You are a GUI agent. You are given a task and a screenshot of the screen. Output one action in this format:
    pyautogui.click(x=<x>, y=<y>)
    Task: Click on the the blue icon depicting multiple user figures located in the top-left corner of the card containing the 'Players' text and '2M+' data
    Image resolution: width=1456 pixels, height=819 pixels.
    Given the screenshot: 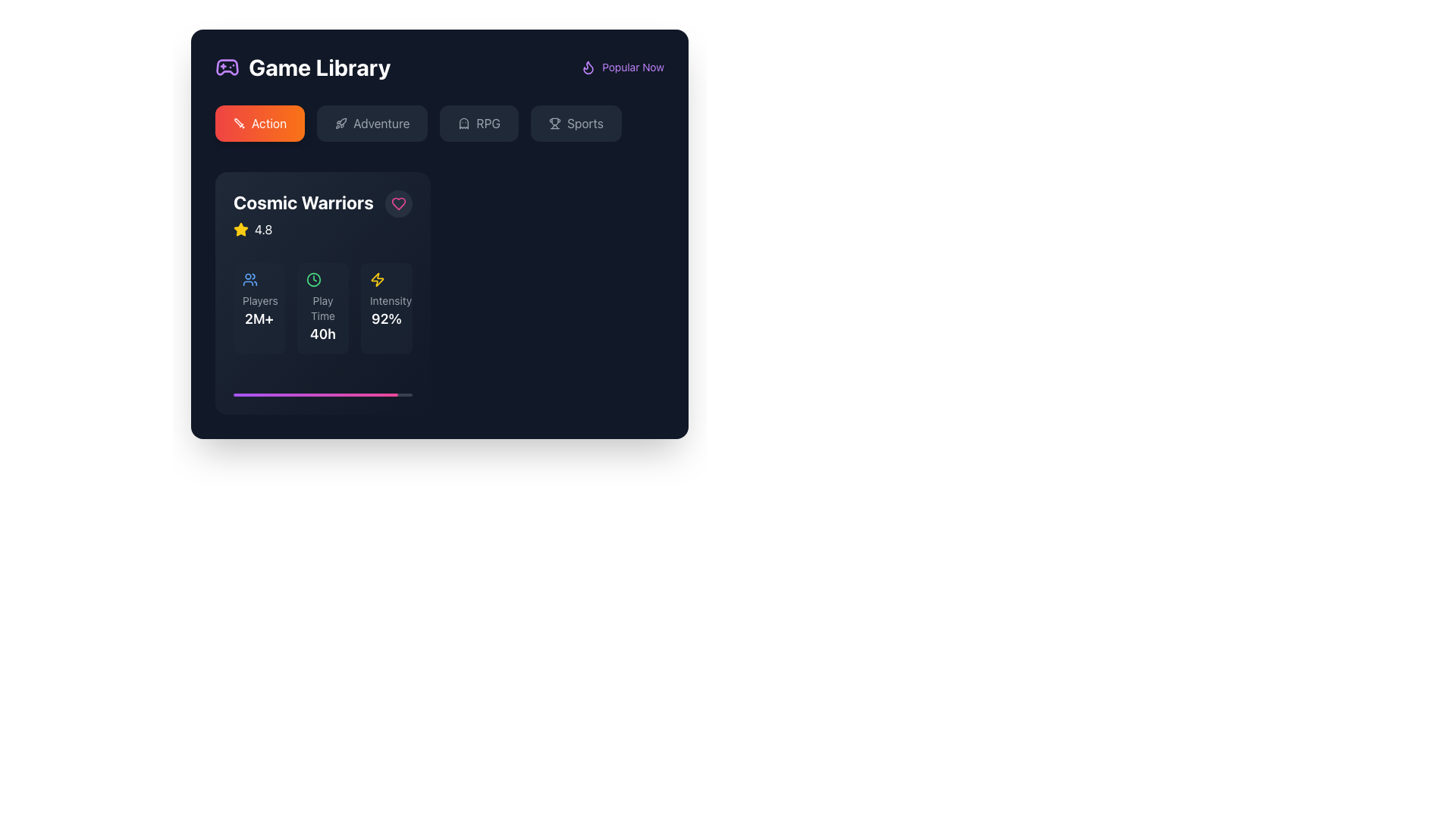 What is the action you would take?
    pyautogui.click(x=250, y=280)
    